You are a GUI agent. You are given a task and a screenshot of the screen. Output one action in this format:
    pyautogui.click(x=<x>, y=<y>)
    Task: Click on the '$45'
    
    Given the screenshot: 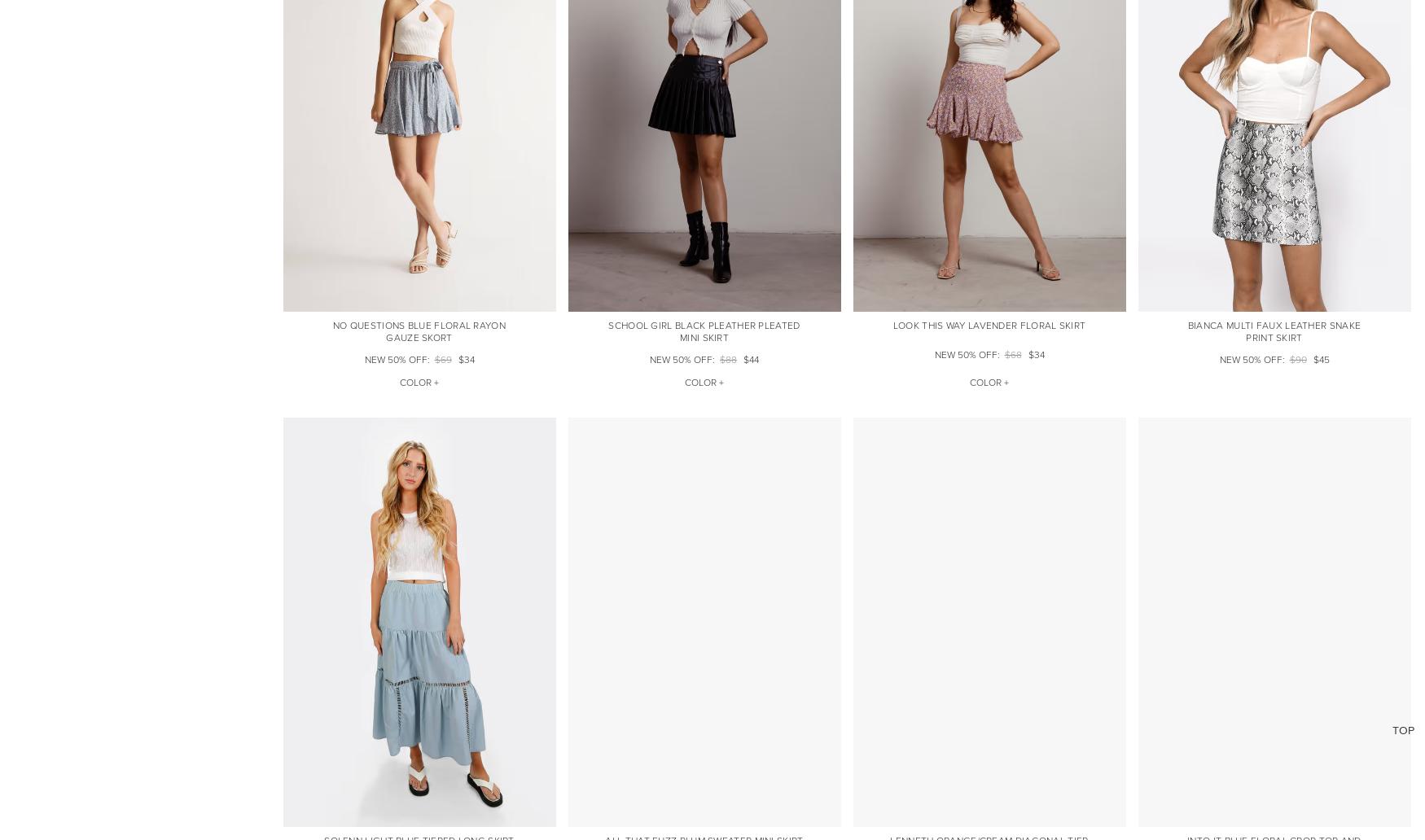 What is the action you would take?
    pyautogui.click(x=1321, y=359)
    